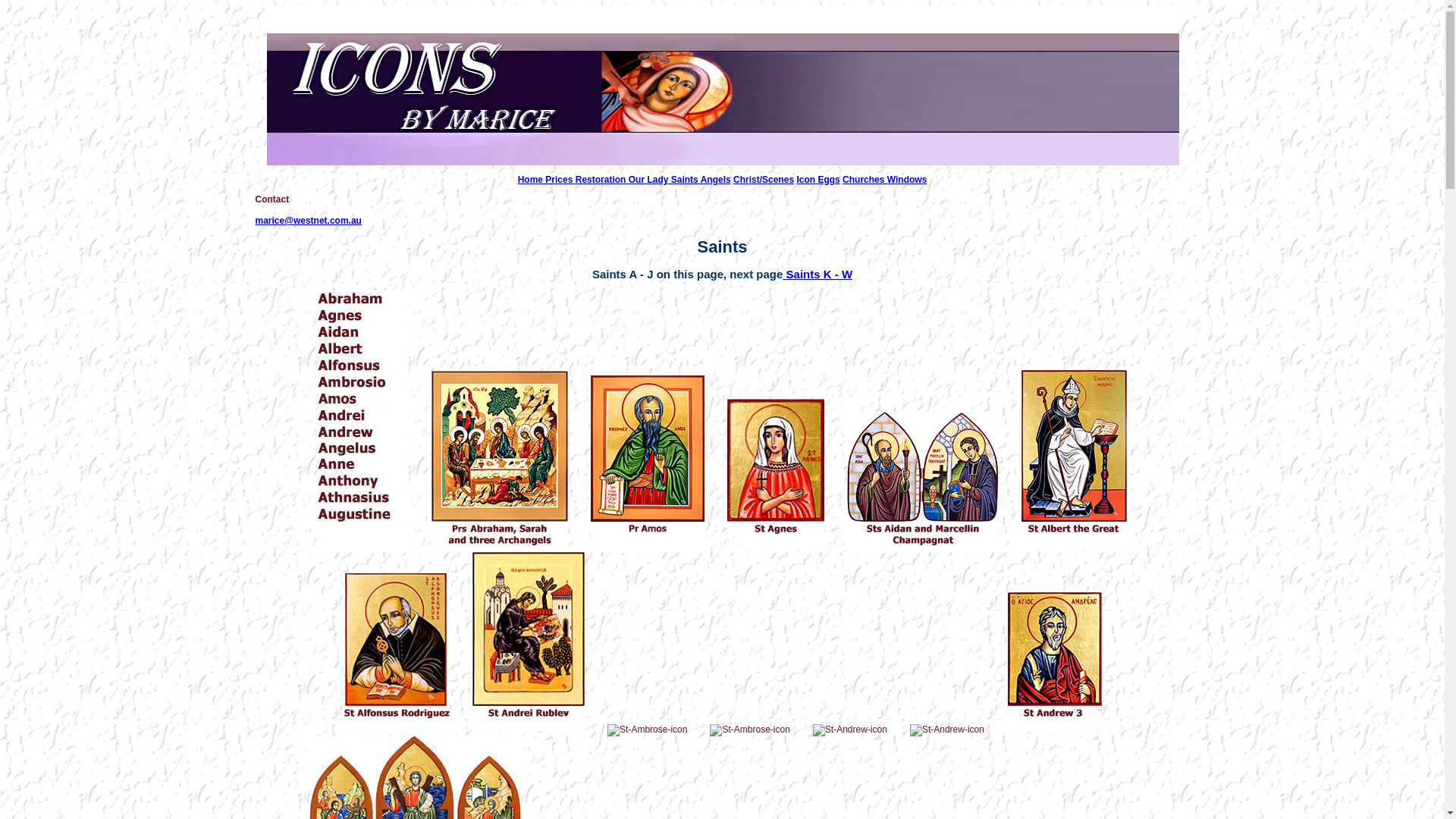  I want to click on 'marice@westnet.com.au', so click(307, 220).